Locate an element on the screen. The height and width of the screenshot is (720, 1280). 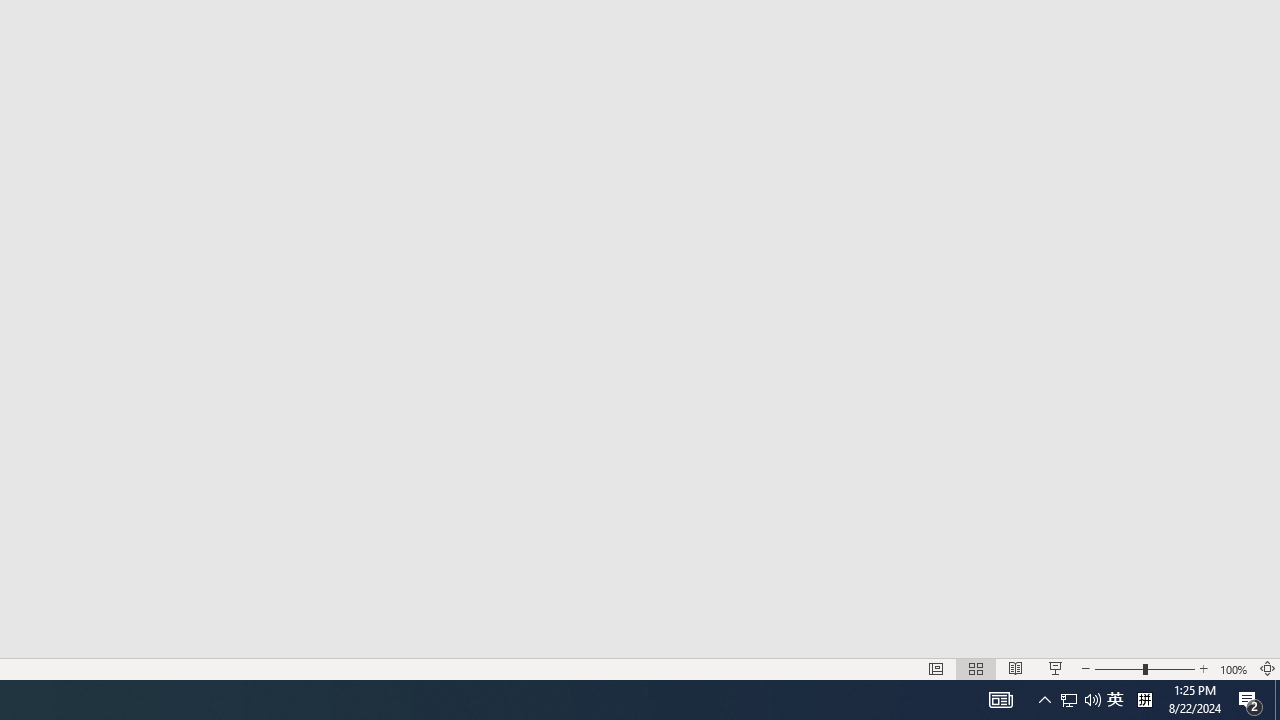
'Normal' is located at coordinates (935, 669).